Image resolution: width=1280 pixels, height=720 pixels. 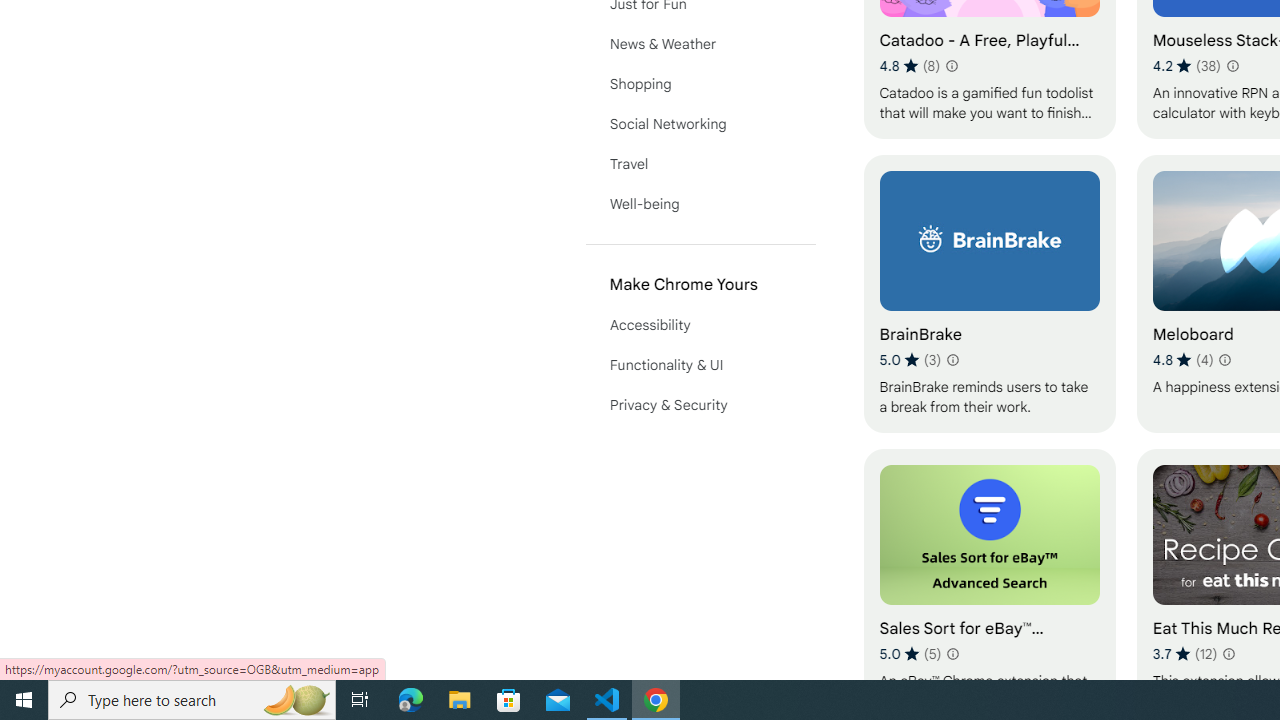 What do you see at coordinates (1185, 653) in the screenshot?
I see `'Average rating 3.7 out of 5 stars. 12 ratings.'` at bounding box center [1185, 653].